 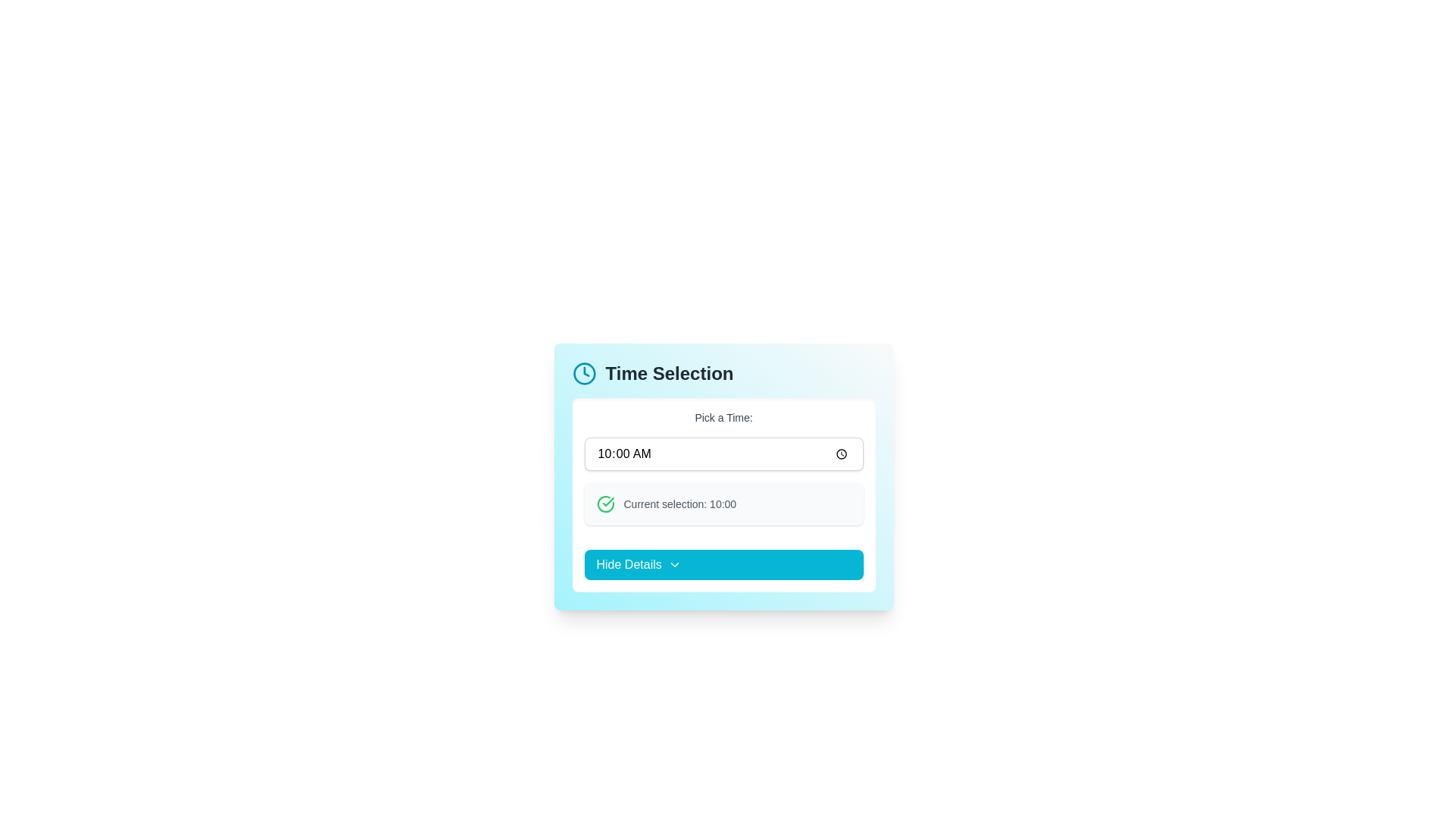 I want to click on the 'Hide Details' button at the bottom of the time selection interface, so click(x=723, y=494).